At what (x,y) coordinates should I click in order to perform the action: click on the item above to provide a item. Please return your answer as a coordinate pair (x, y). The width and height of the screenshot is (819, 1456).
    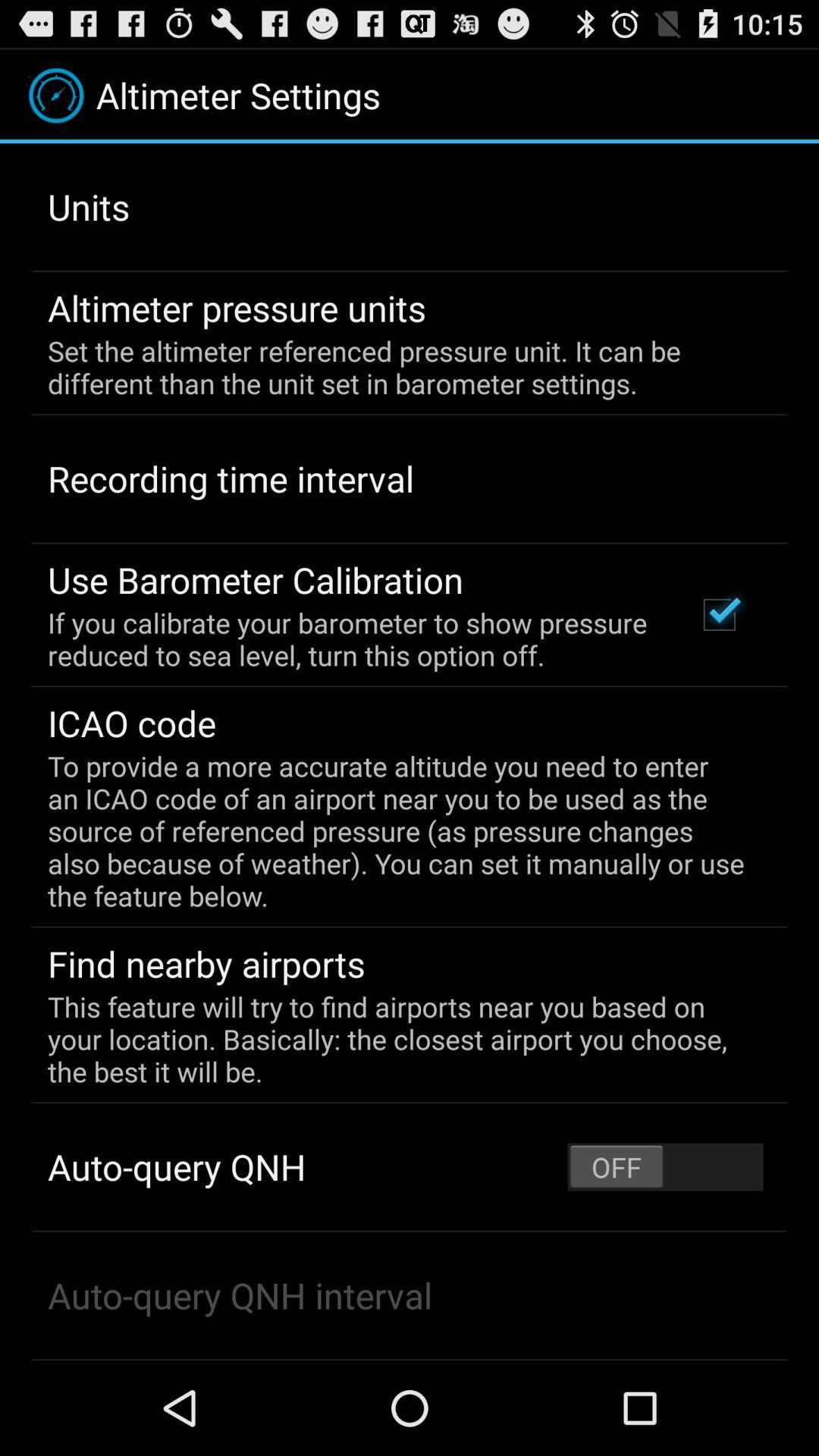
    Looking at the image, I should click on (718, 614).